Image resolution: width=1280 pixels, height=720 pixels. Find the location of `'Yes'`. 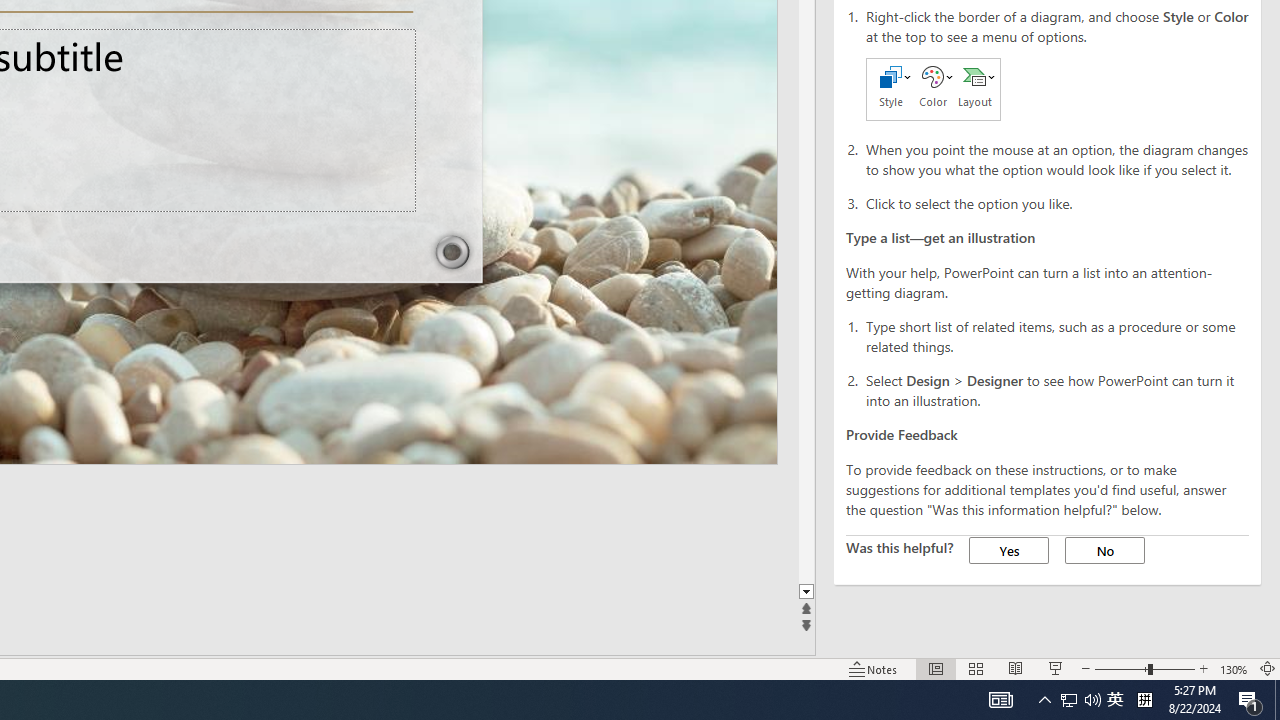

'Yes' is located at coordinates (1009, 550).